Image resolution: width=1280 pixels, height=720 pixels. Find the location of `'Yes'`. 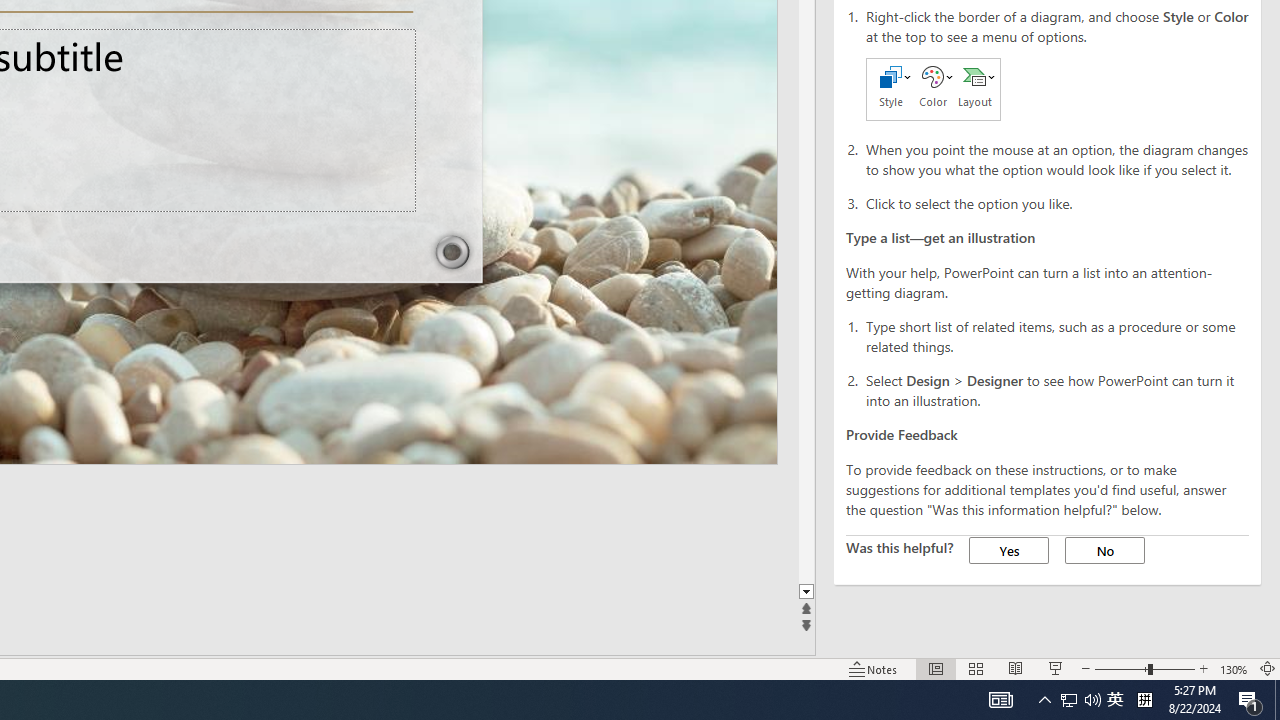

'Yes' is located at coordinates (1009, 550).